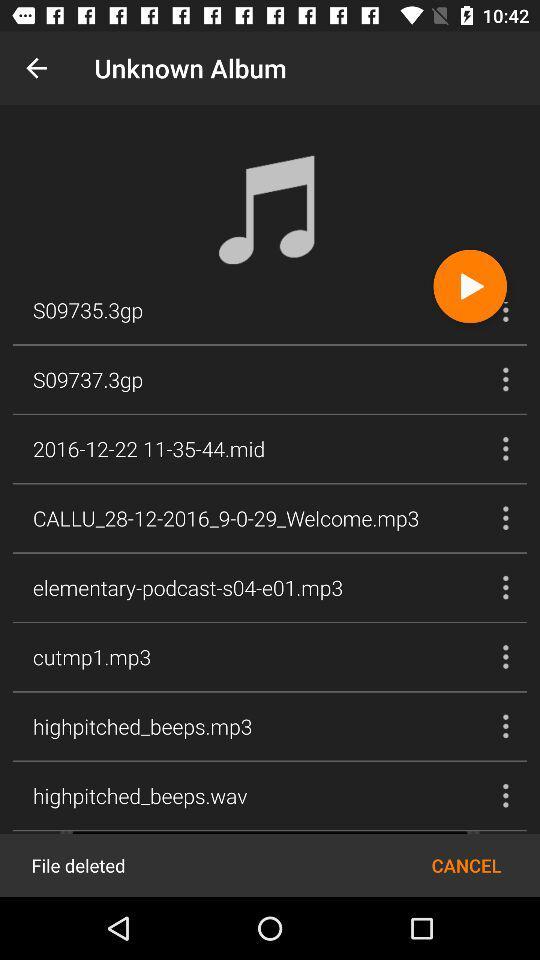 The height and width of the screenshot is (960, 540). What do you see at coordinates (225, 517) in the screenshot?
I see `callu_28 12 2016_9` at bounding box center [225, 517].